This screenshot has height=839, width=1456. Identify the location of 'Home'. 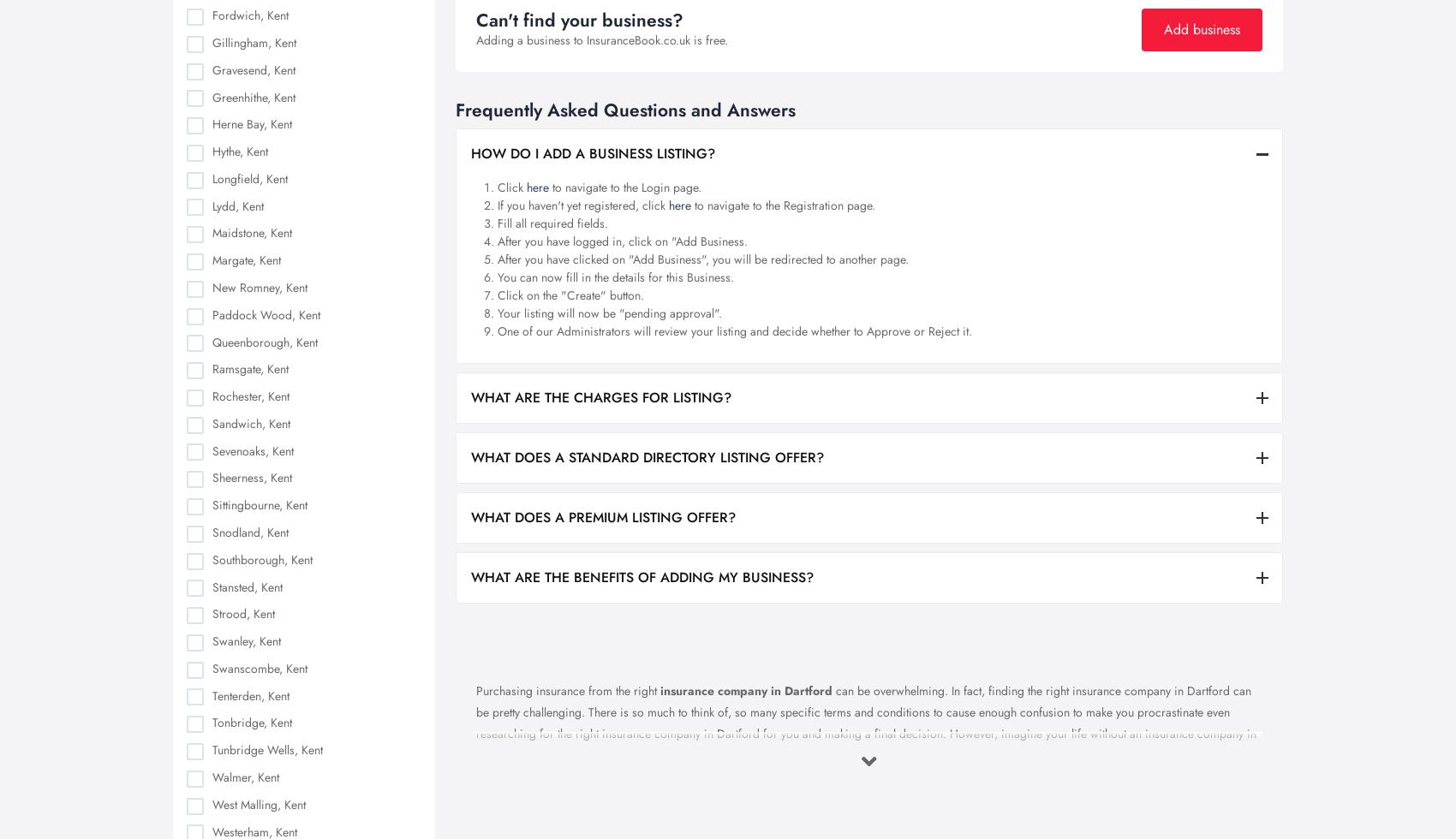
(564, 532).